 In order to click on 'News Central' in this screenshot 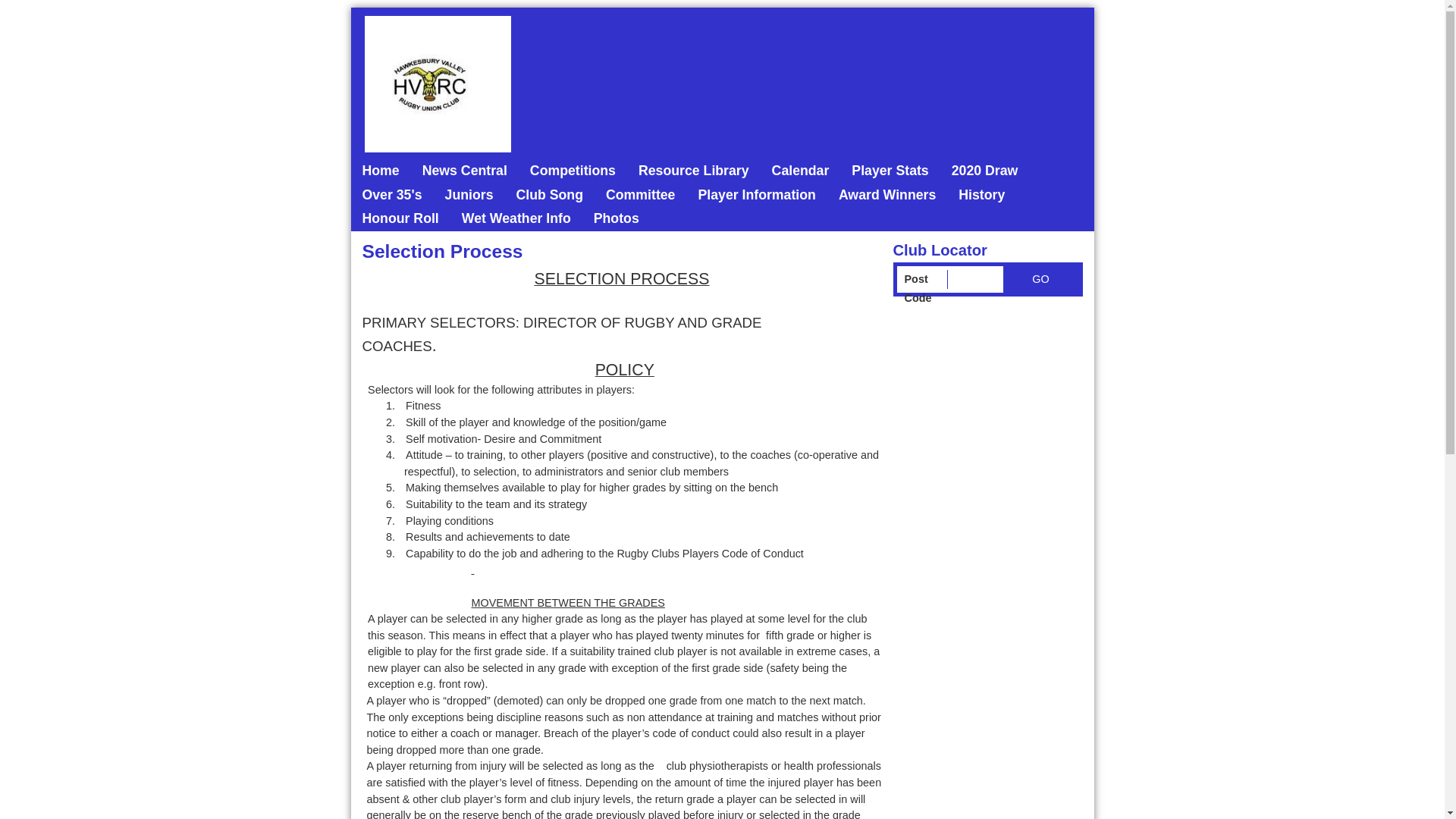, I will do `click(464, 171)`.